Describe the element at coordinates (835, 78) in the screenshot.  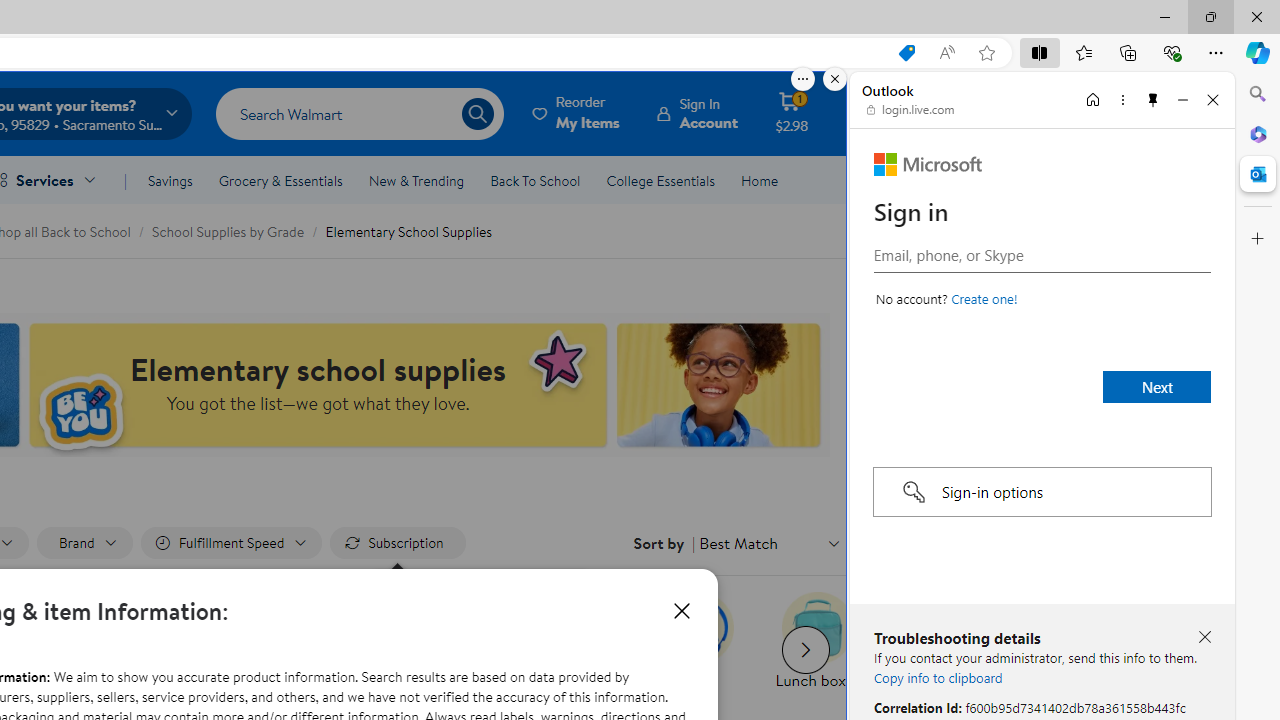
I see `'Close split screen.'` at that location.